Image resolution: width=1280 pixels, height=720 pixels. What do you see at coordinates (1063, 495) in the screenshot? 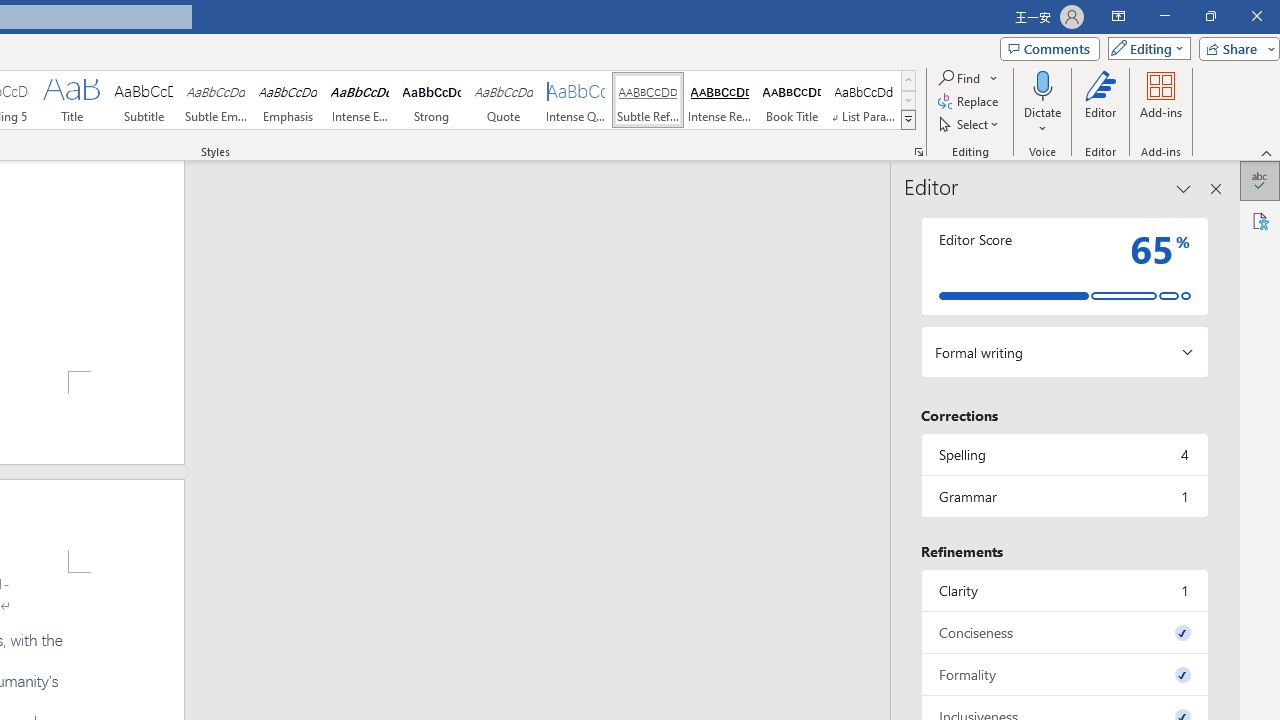
I see `'Grammar, 1 issue. Press space or enter to review items.'` at bounding box center [1063, 495].